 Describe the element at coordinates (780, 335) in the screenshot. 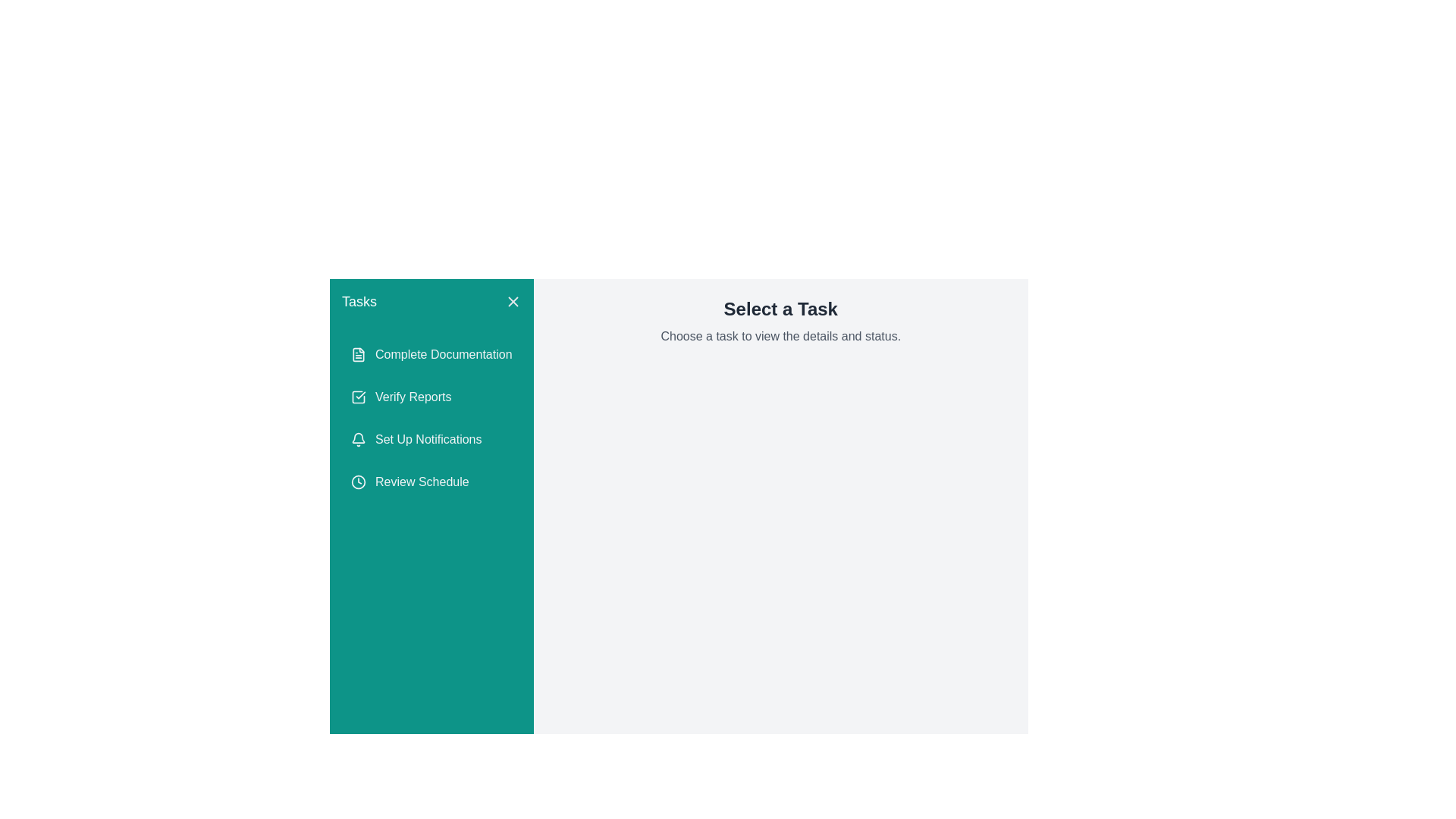

I see `the static text informational label that guides the user to select a task for further details and status updates, located beneath the header 'Select a Task'` at that location.